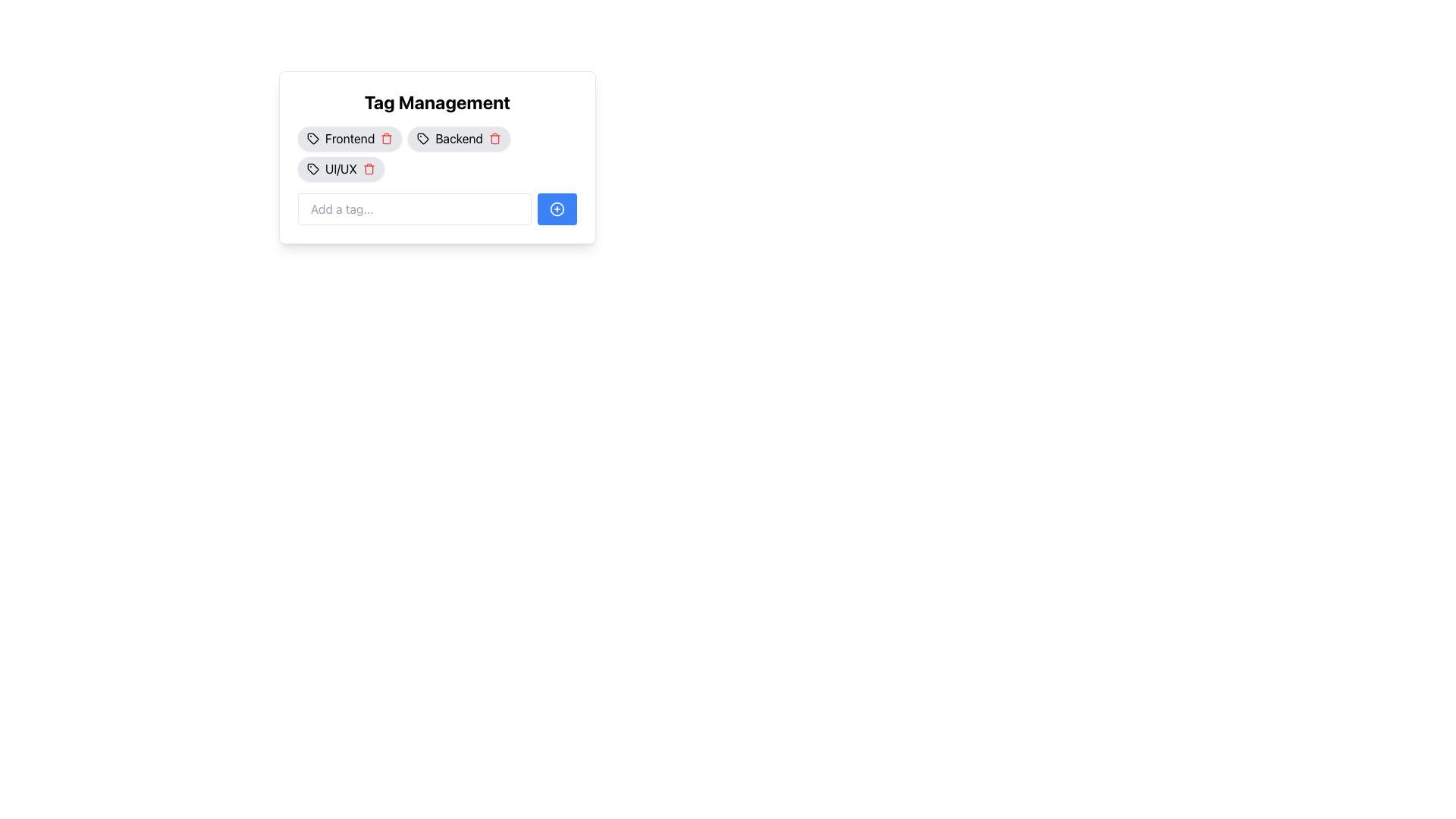 The image size is (1456, 819). Describe the element at coordinates (312, 138) in the screenshot. I see `the decorative tag icon, which is outlined in black and located at the leftmost position within the 'Frontend' tag group in the Tag Management section` at that location.